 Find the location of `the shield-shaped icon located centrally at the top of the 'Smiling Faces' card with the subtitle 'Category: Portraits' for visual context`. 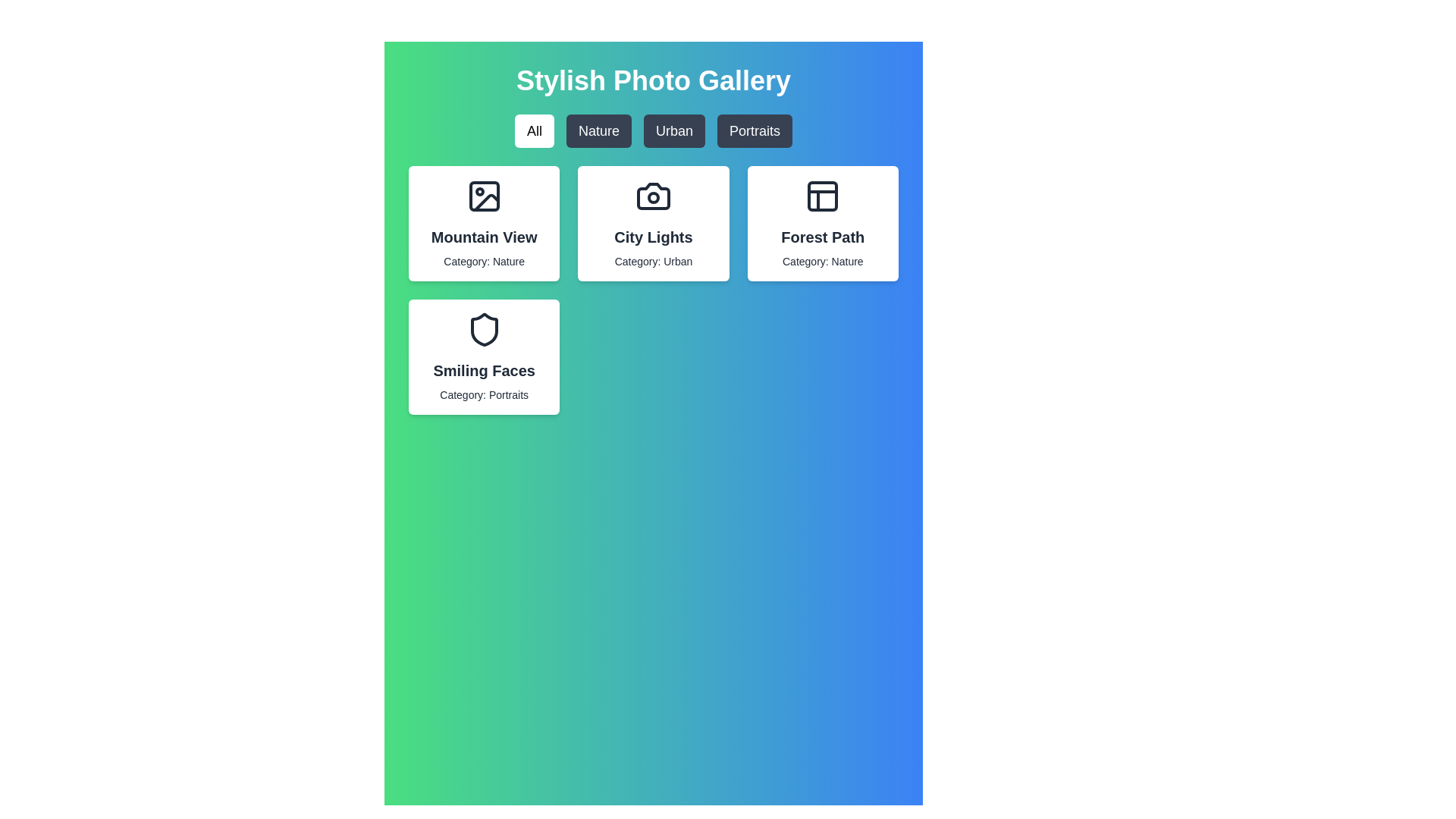

the shield-shaped icon located centrally at the top of the 'Smiling Faces' card with the subtitle 'Category: Portraits' for visual context is located at coordinates (483, 329).